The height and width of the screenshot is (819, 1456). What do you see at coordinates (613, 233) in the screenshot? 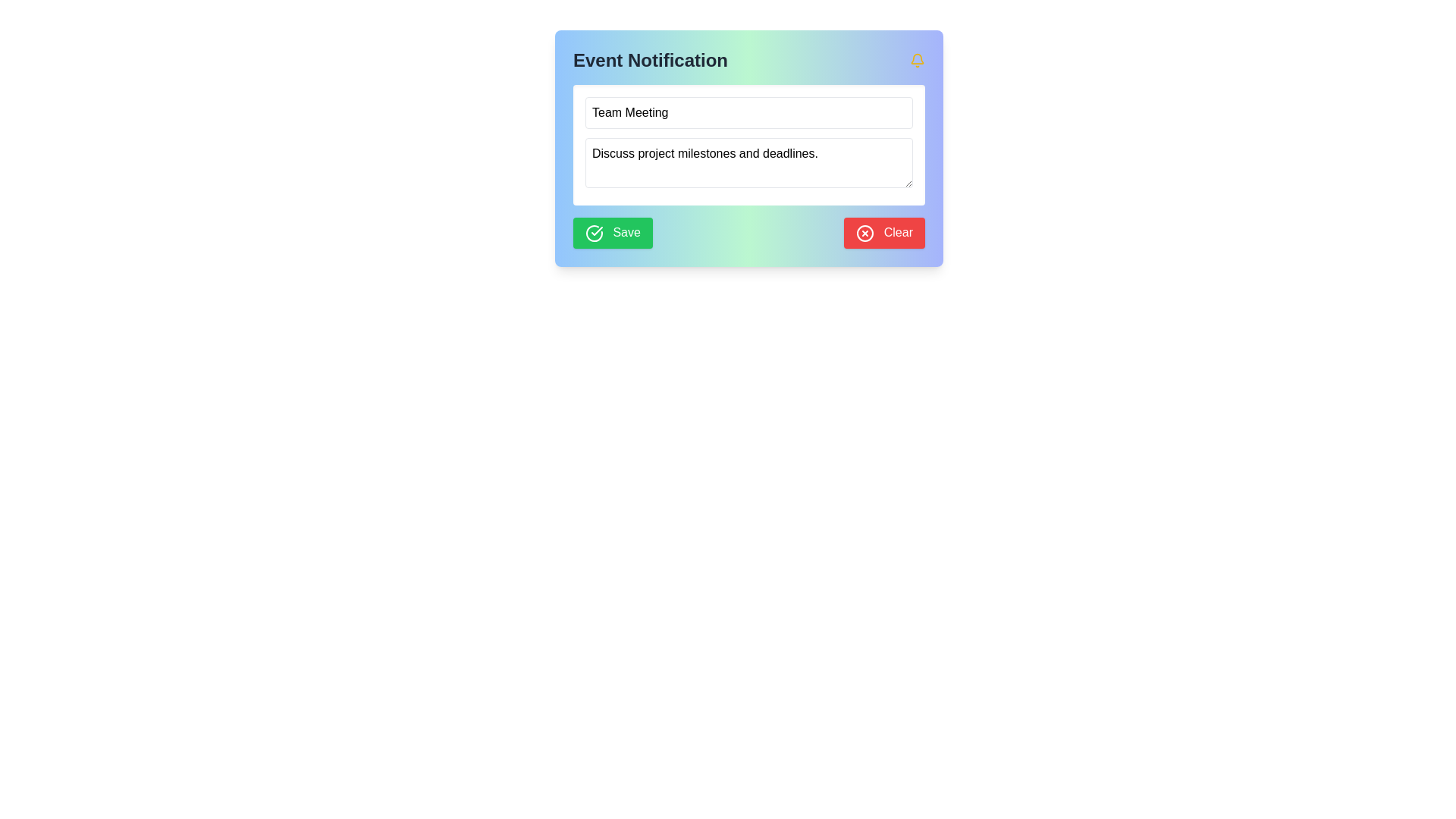
I see `the leftmost button in the notification card` at bounding box center [613, 233].